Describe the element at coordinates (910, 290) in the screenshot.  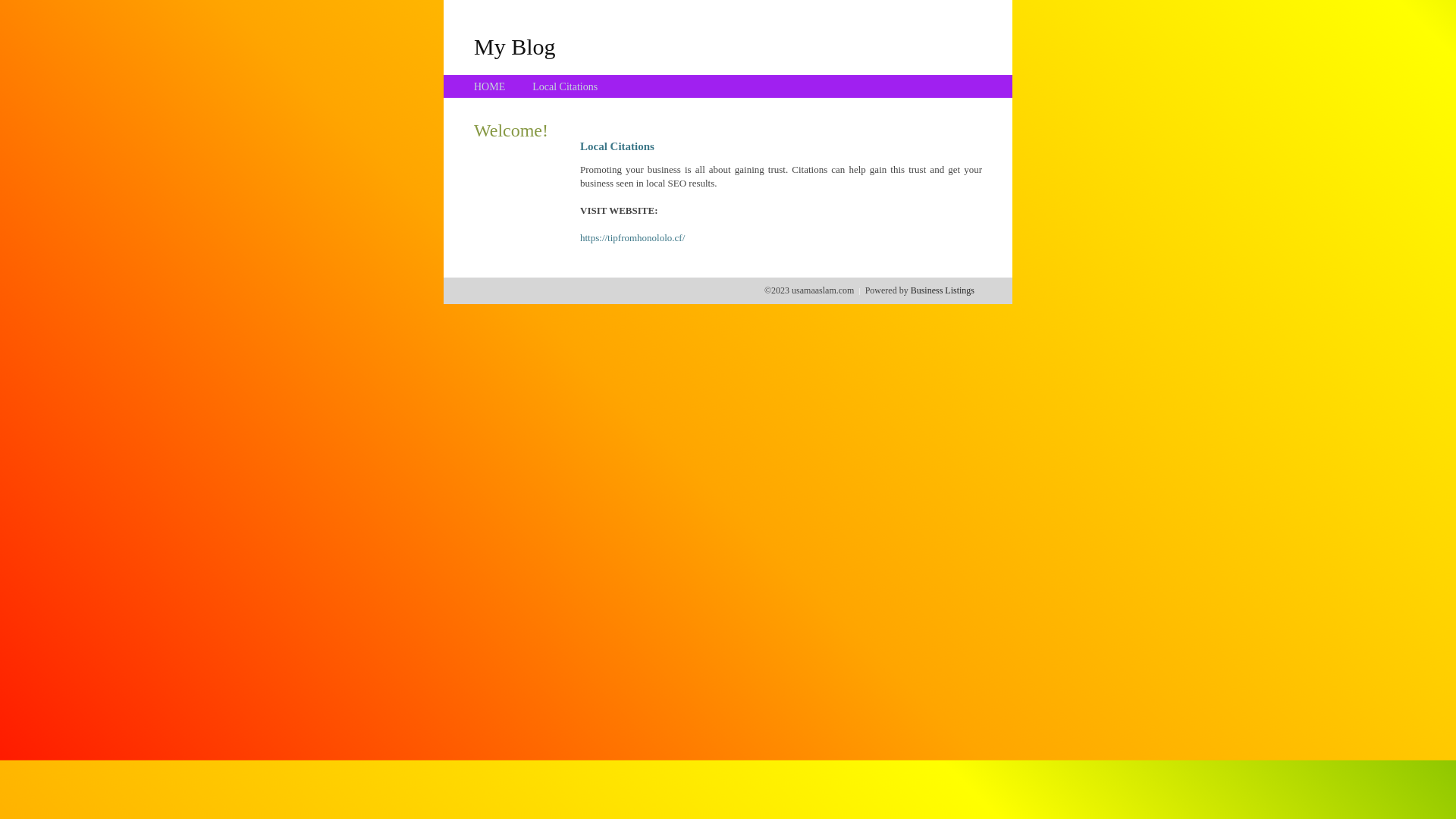
I see `'Business Listings'` at that location.